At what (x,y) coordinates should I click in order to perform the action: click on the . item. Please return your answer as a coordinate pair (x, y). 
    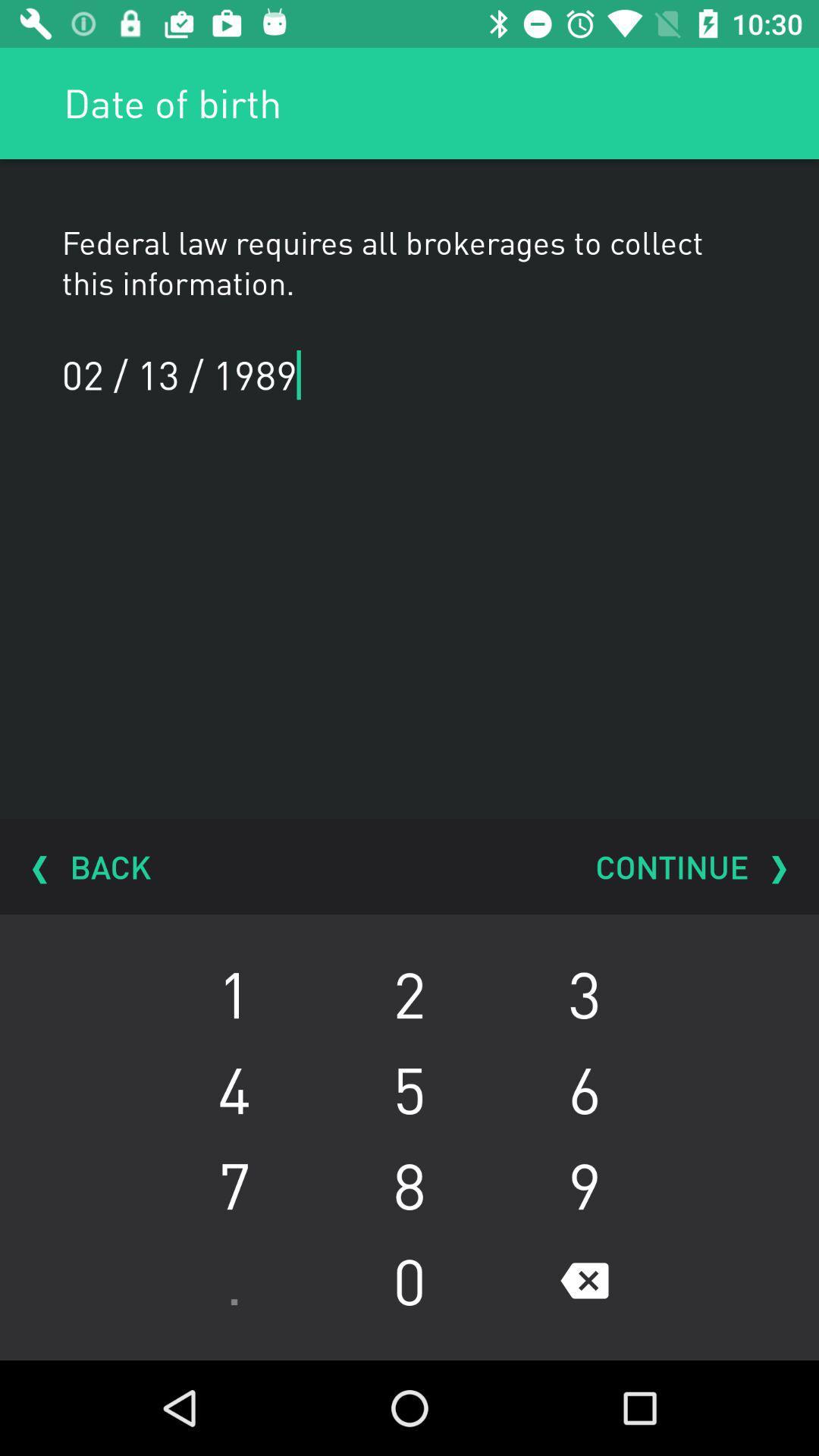
    Looking at the image, I should click on (234, 1280).